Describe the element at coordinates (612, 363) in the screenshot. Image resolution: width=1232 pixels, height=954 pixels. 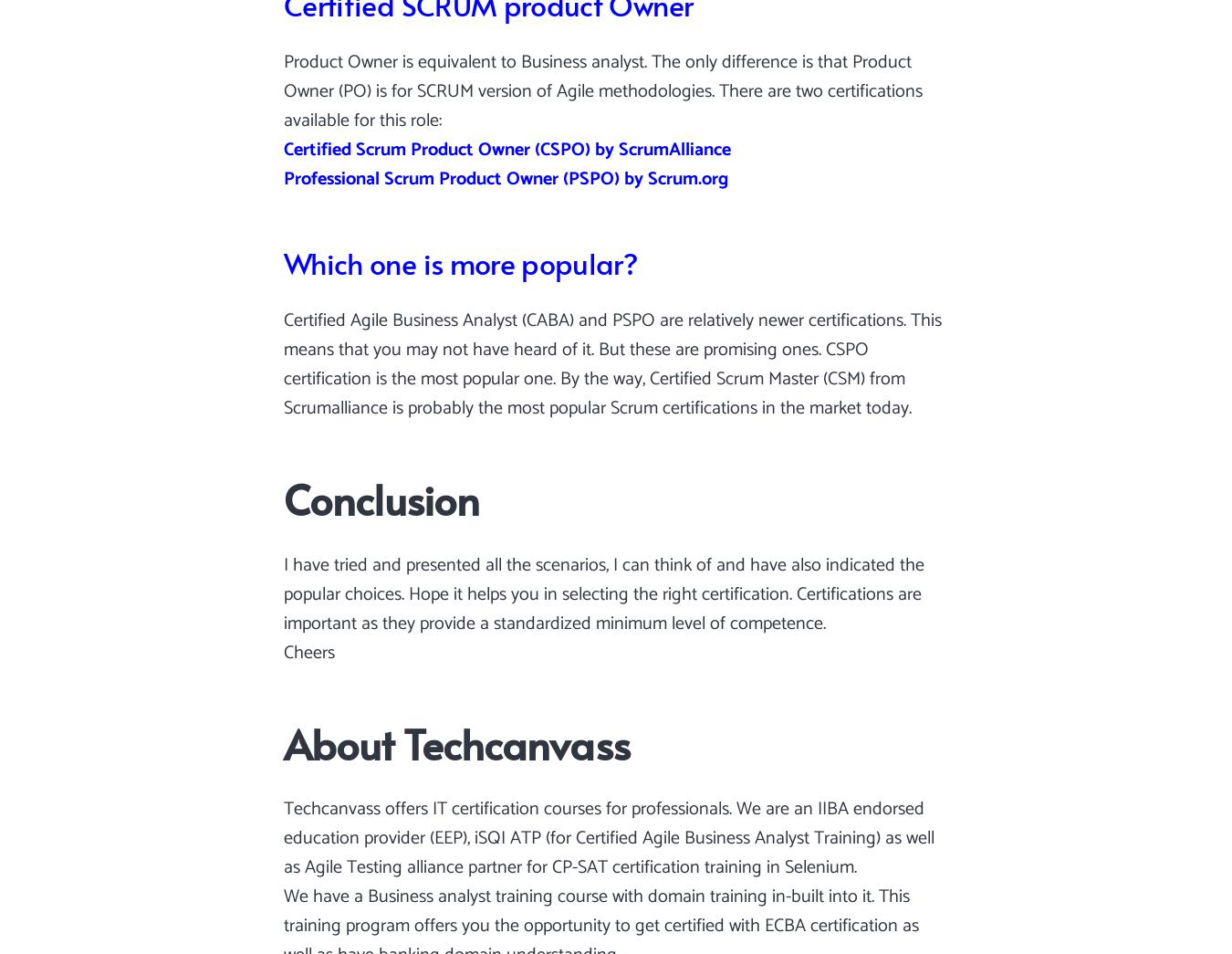
I see `'Certified Agile Business Analyst (CABA) and PSPO are relatively newer certifications. This means that you may not have heard of it. But these are promising ones. CSPO certification is the most popular one. By the way, Certified Scrum Master (CSM) from Scrumalliance is probably the most popular Scrum certifications in the market today.'` at that location.